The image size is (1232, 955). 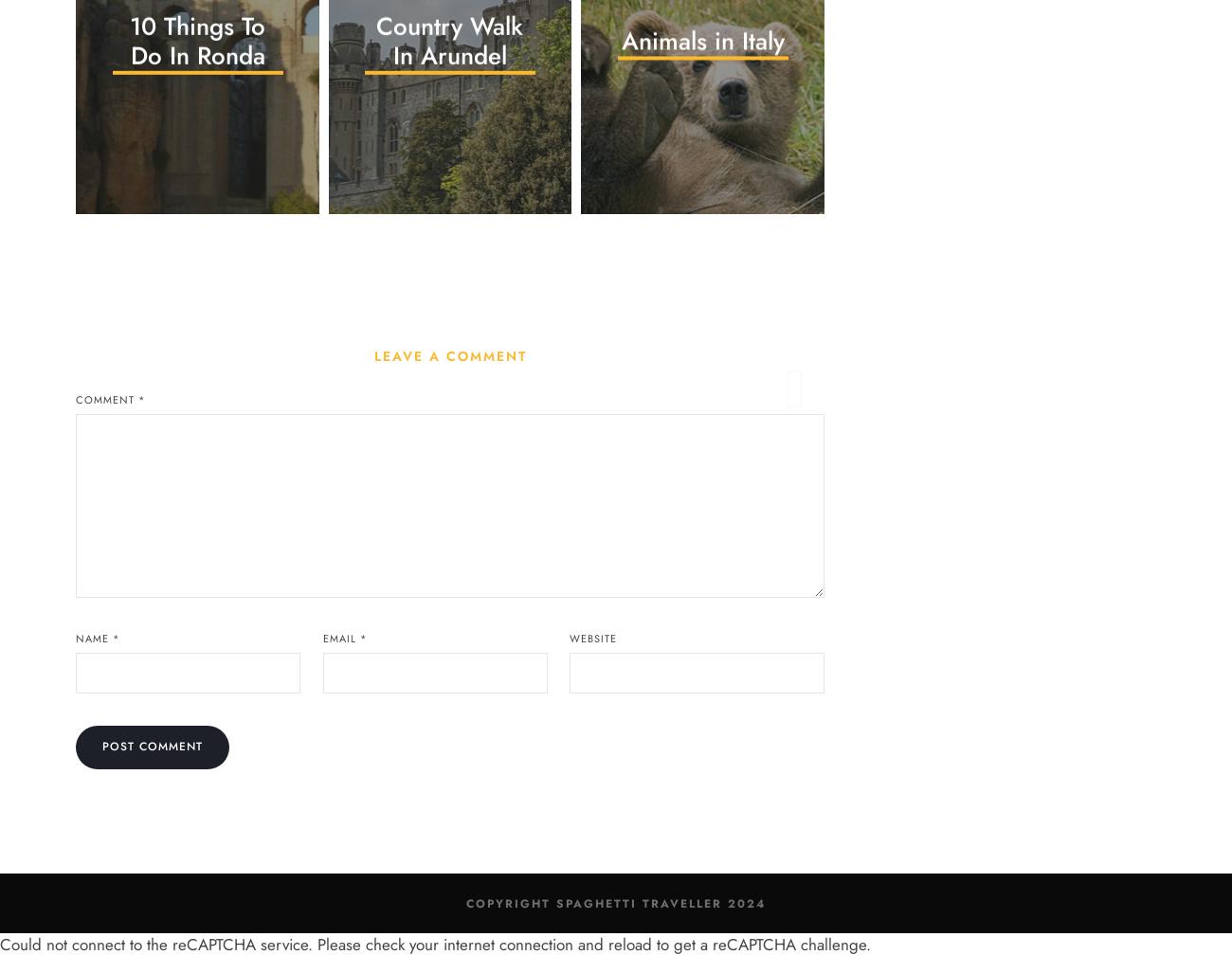 What do you see at coordinates (127, 41) in the screenshot?
I see `'10 Things To Do In Ronda'` at bounding box center [127, 41].